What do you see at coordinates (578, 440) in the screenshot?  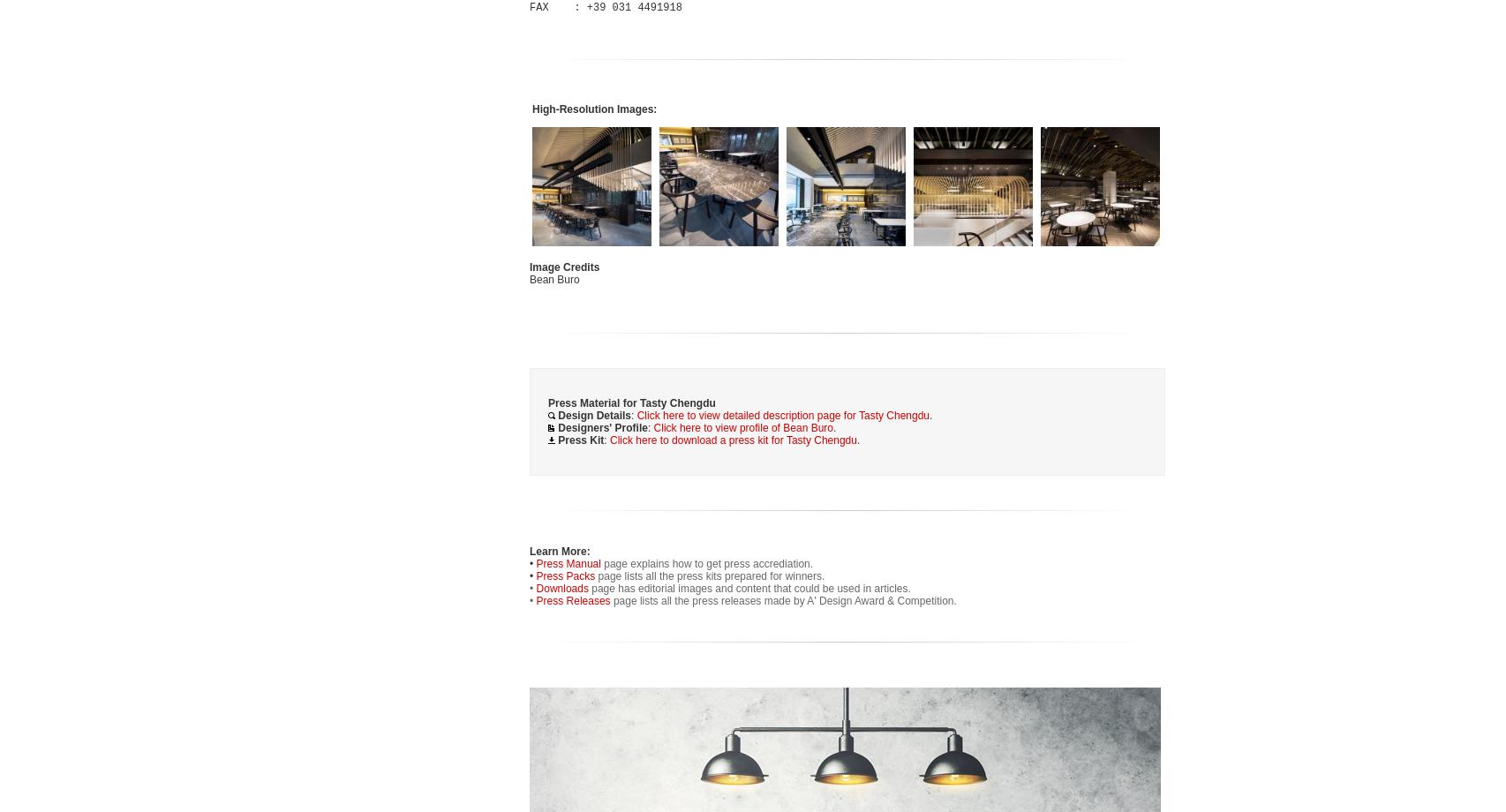 I see `'Press Kit'` at bounding box center [578, 440].